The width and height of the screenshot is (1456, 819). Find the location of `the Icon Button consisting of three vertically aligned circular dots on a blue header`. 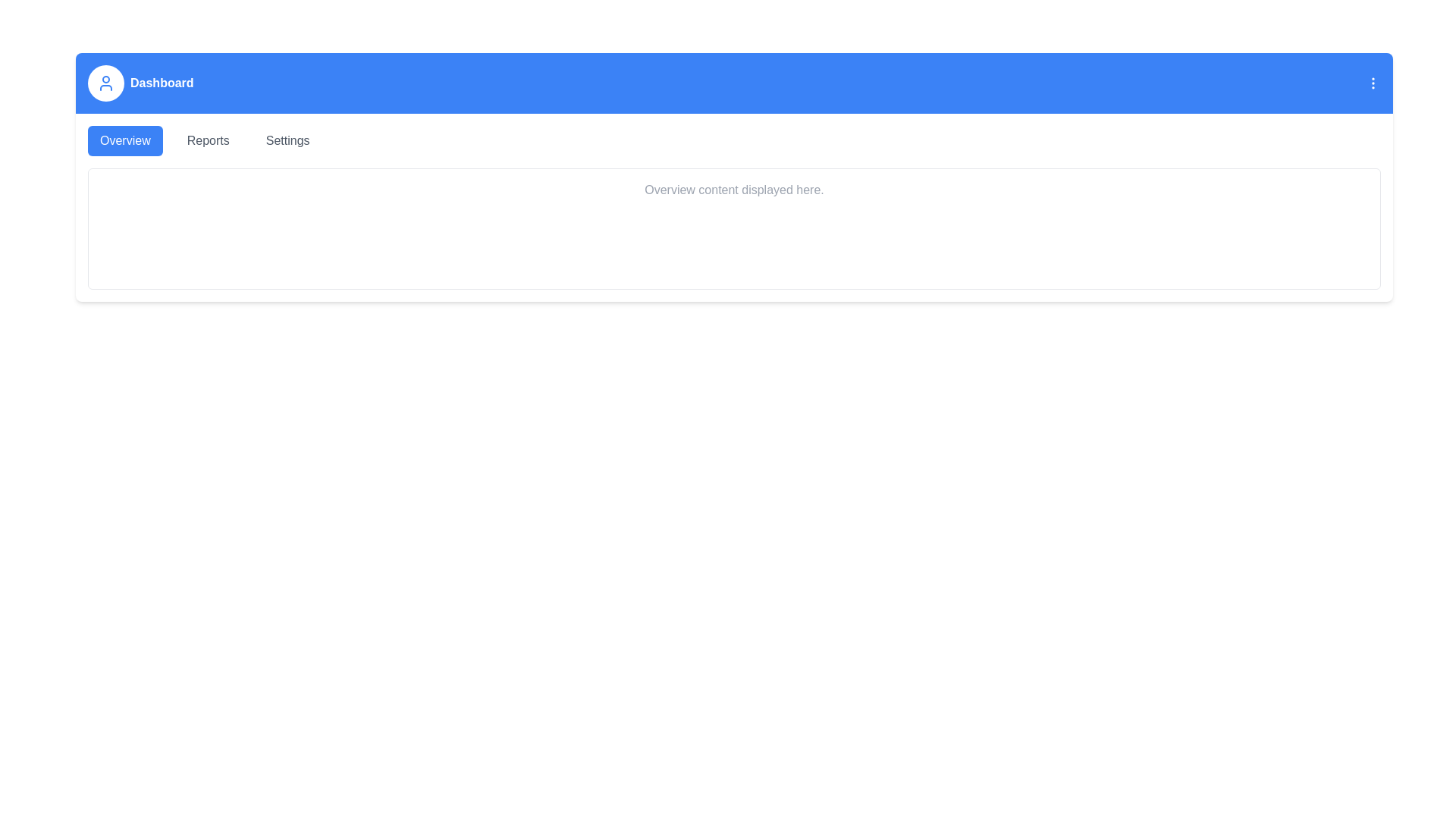

the Icon Button consisting of three vertically aligned circular dots on a blue header is located at coordinates (1373, 83).